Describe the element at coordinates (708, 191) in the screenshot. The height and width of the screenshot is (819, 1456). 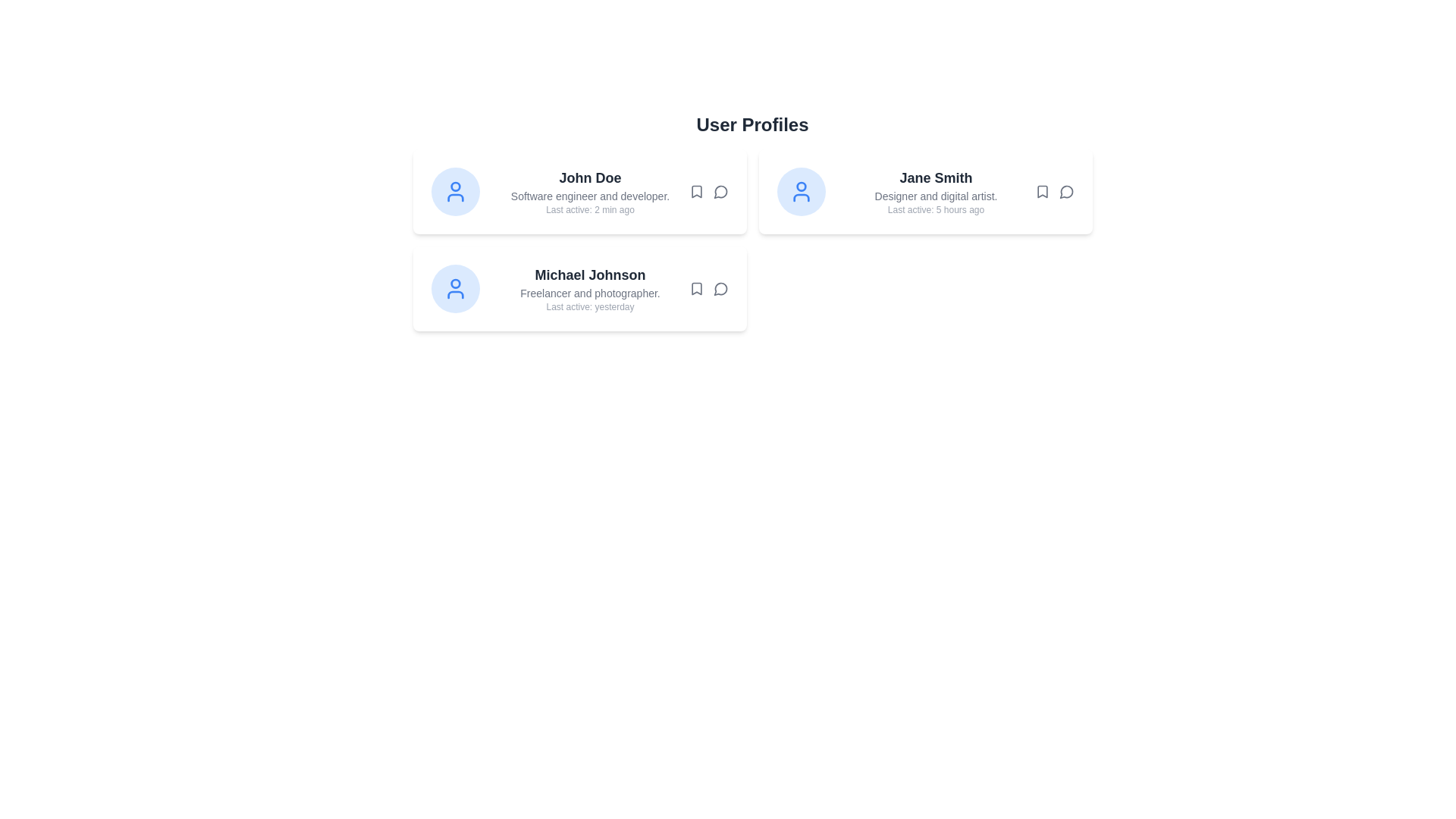
I see `the message icon located in the top-right corner of John Doe's user profile card, adjacent to the textual description` at that location.